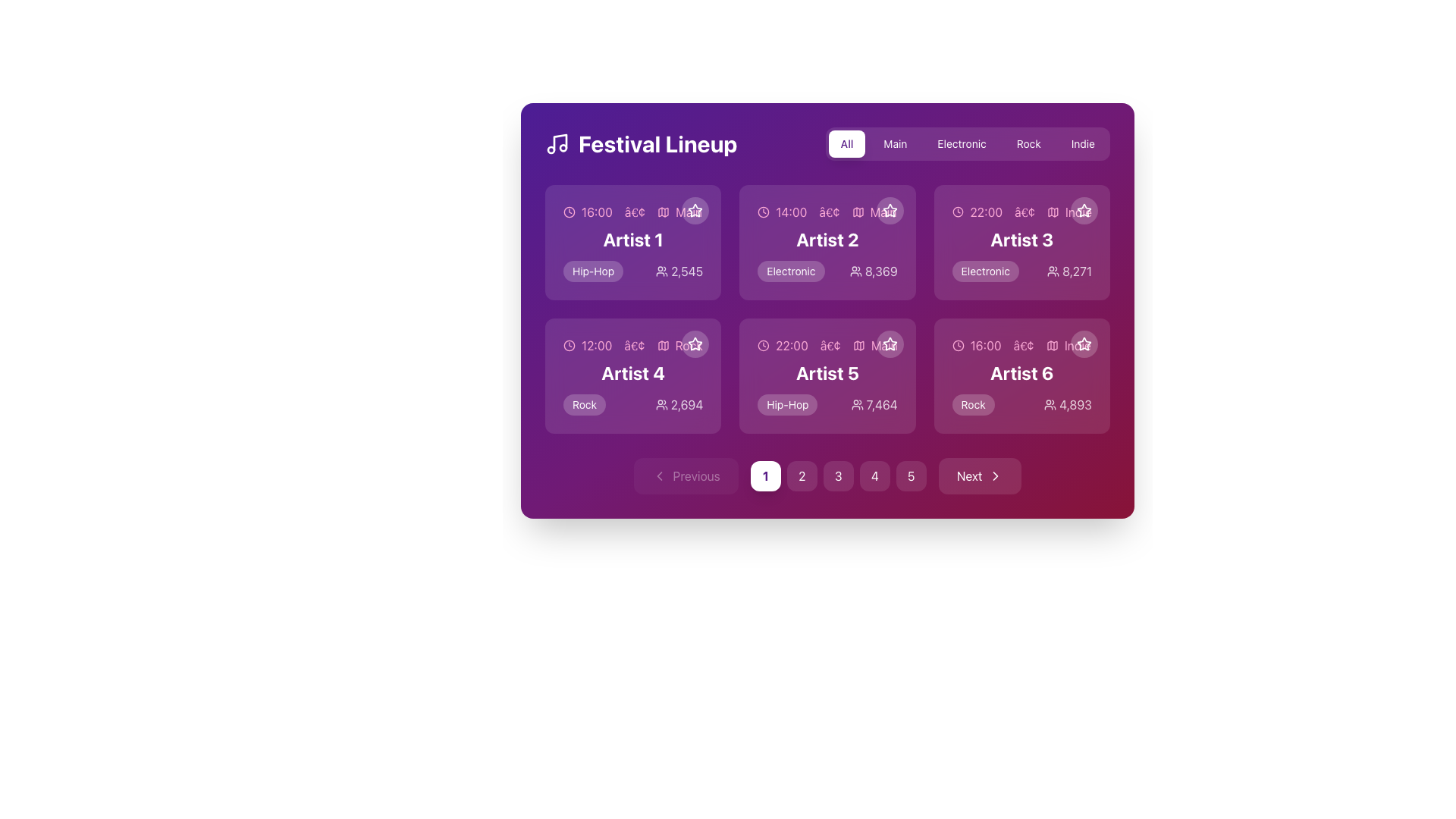  What do you see at coordinates (837, 475) in the screenshot?
I see `the circular button labeled '3' located at the center of the navigation bar at the bottom of the interface` at bounding box center [837, 475].